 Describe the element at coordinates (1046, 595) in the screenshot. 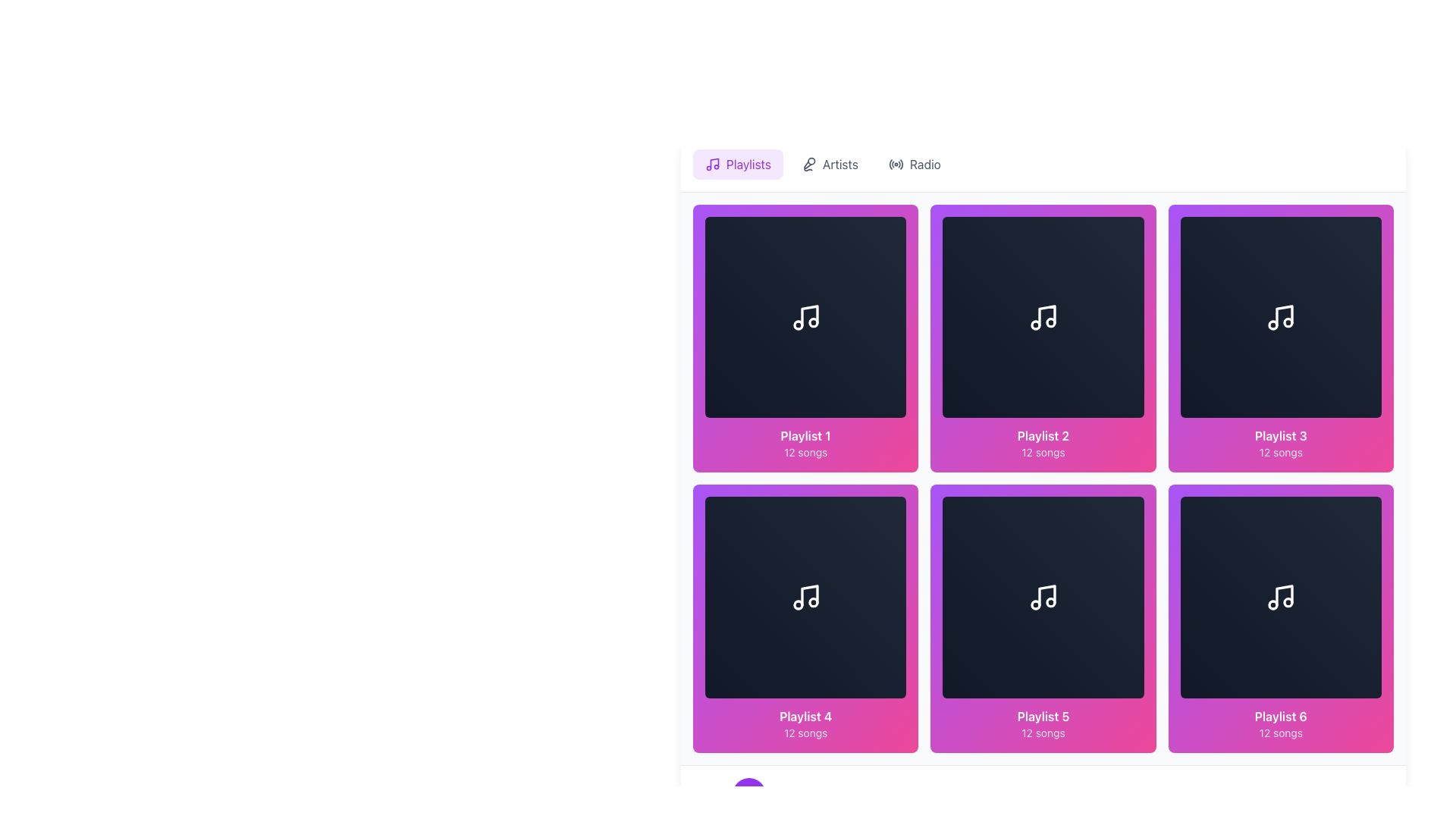

I see `the decorative icon in the fifth playlist card that symbolizes the playlist's purpose or theme related to music` at that location.